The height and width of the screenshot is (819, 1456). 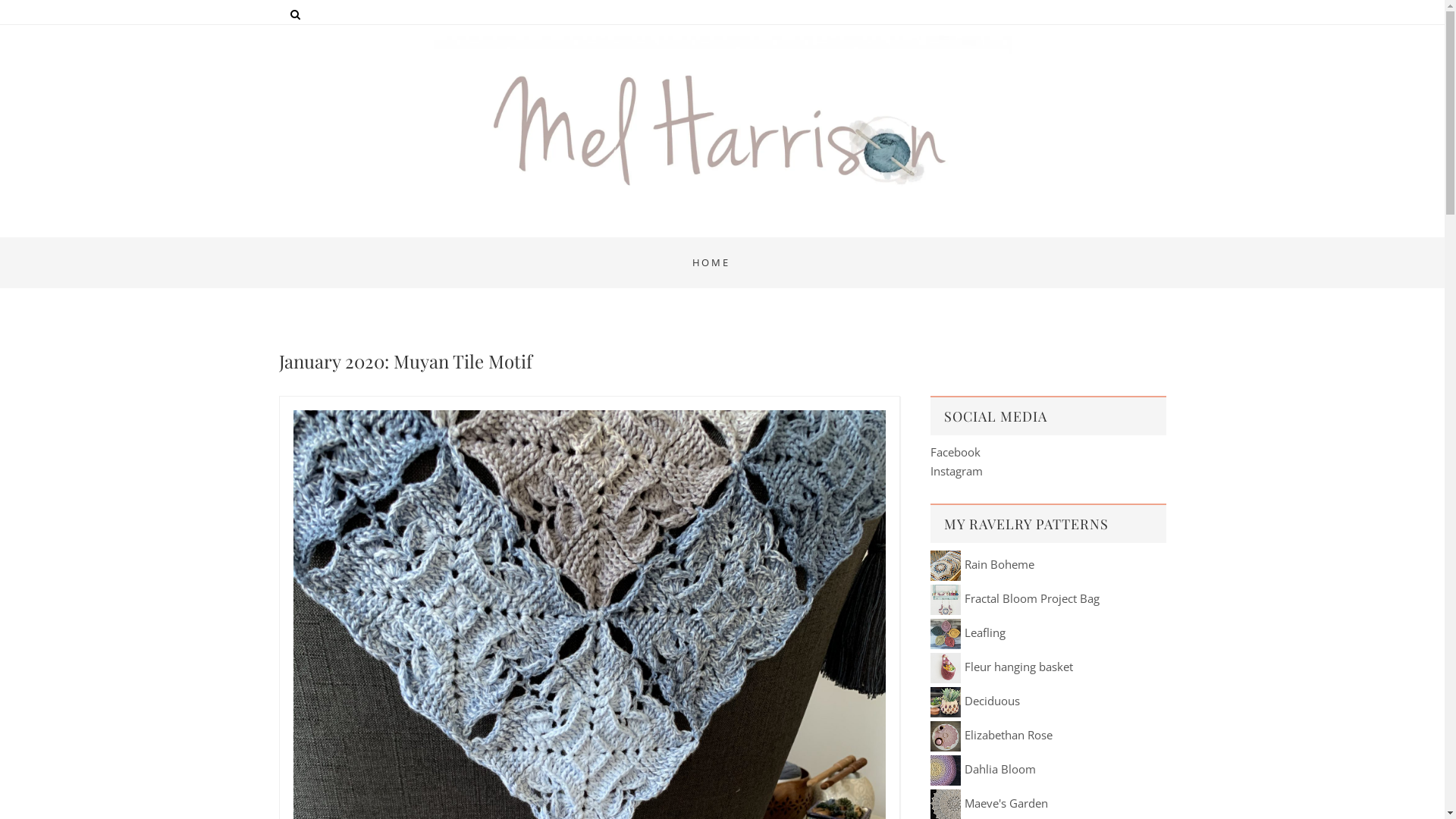 I want to click on 'Dahlia Bloom', so click(x=982, y=769).